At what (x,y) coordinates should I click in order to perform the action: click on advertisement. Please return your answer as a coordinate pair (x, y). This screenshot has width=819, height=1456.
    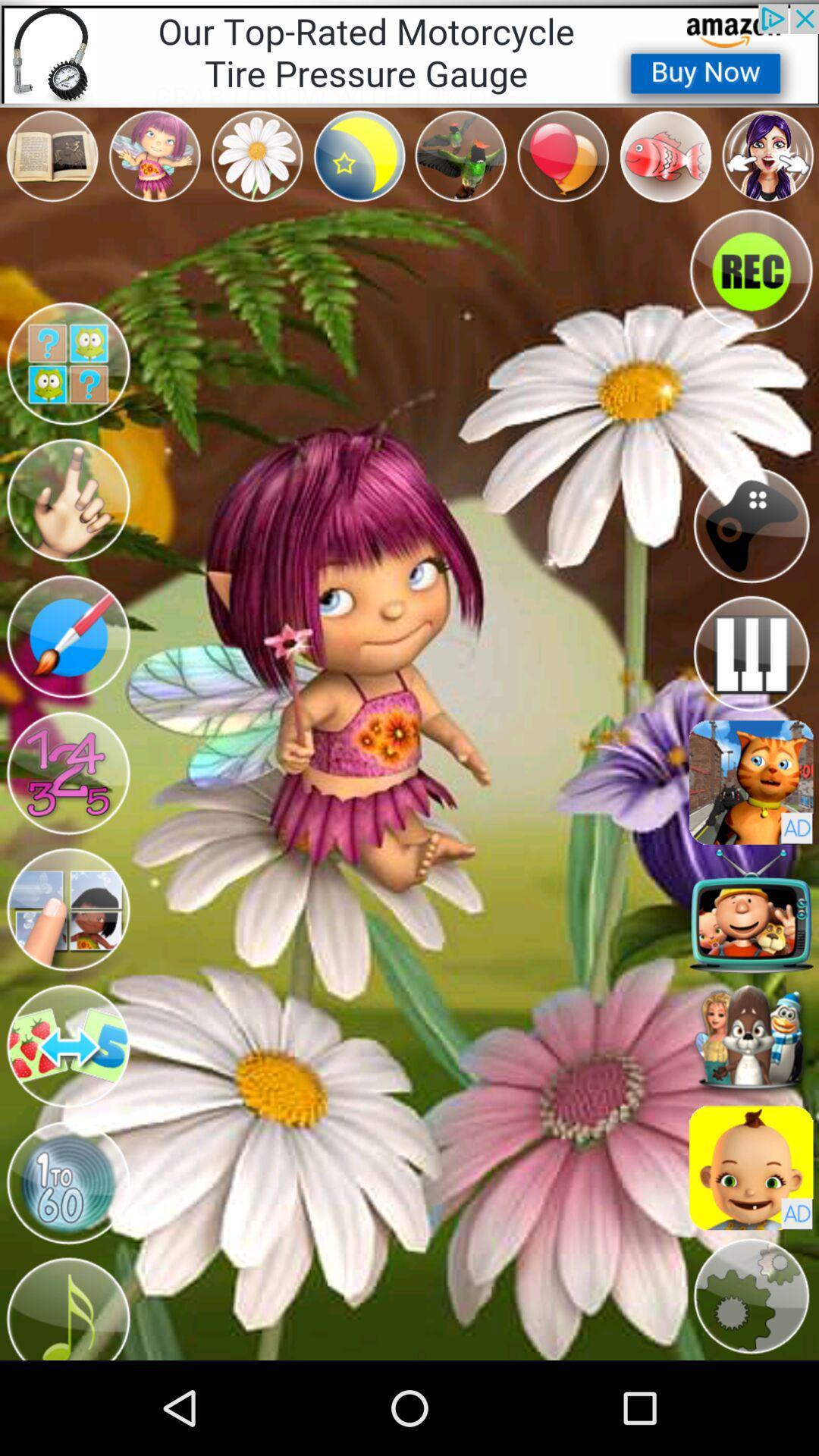
    Looking at the image, I should click on (751, 783).